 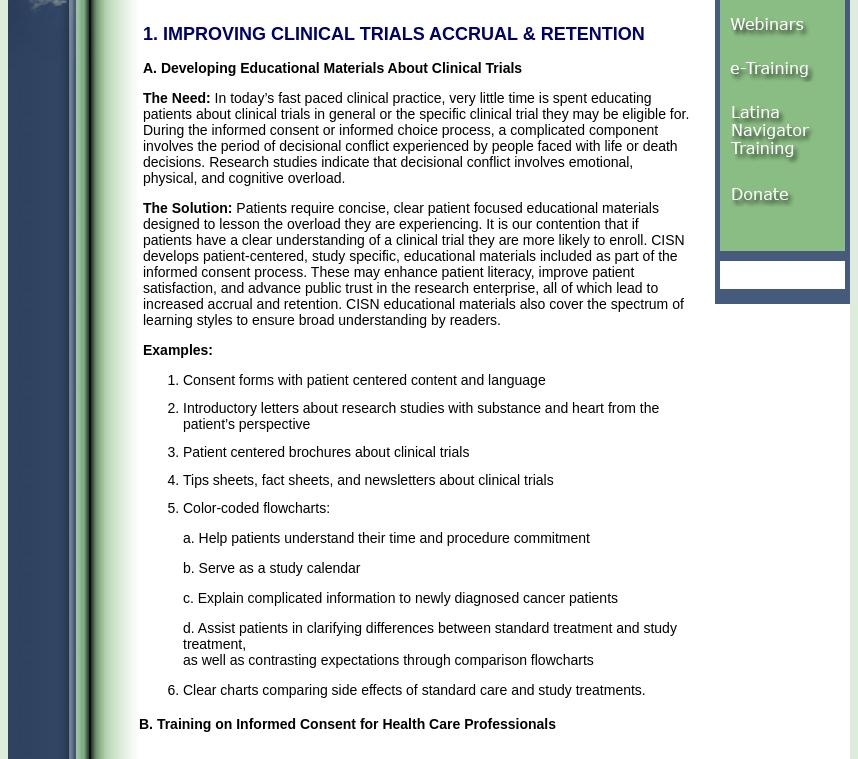 What do you see at coordinates (346, 723) in the screenshot?
I see `'B. Training on Informed Consent for Health Care Professionals'` at bounding box center [346, 723].